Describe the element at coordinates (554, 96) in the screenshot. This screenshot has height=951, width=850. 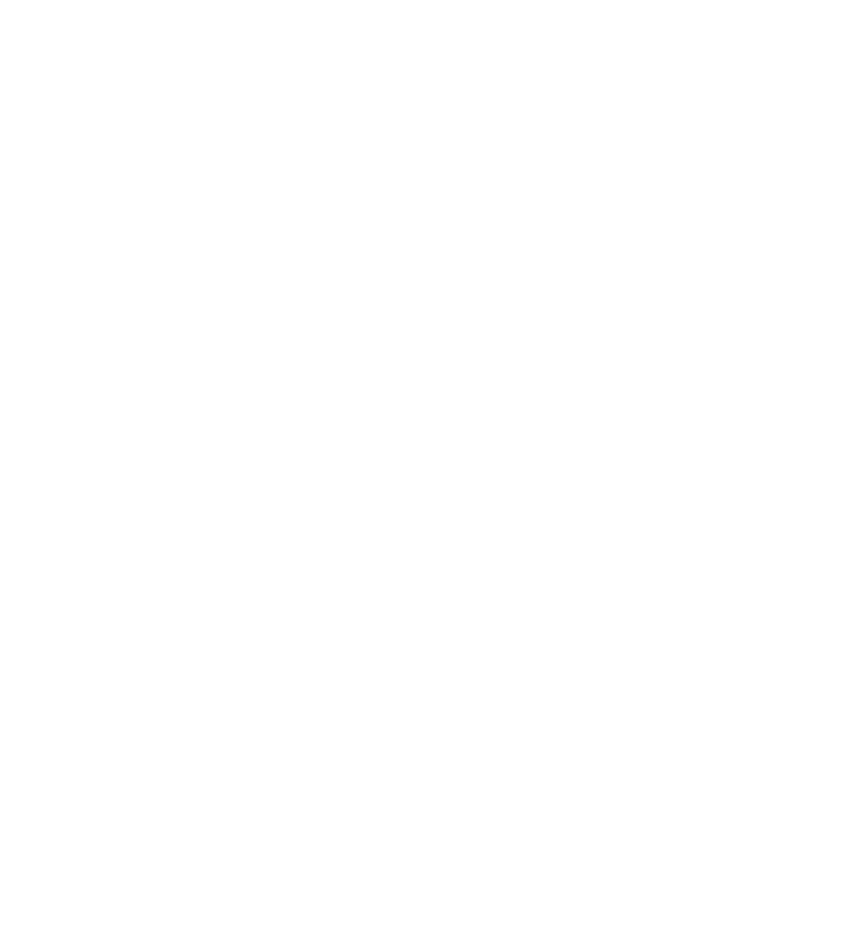
I see `'How to Deploy Zero Trust for Remote Workforce Security'` at that location.